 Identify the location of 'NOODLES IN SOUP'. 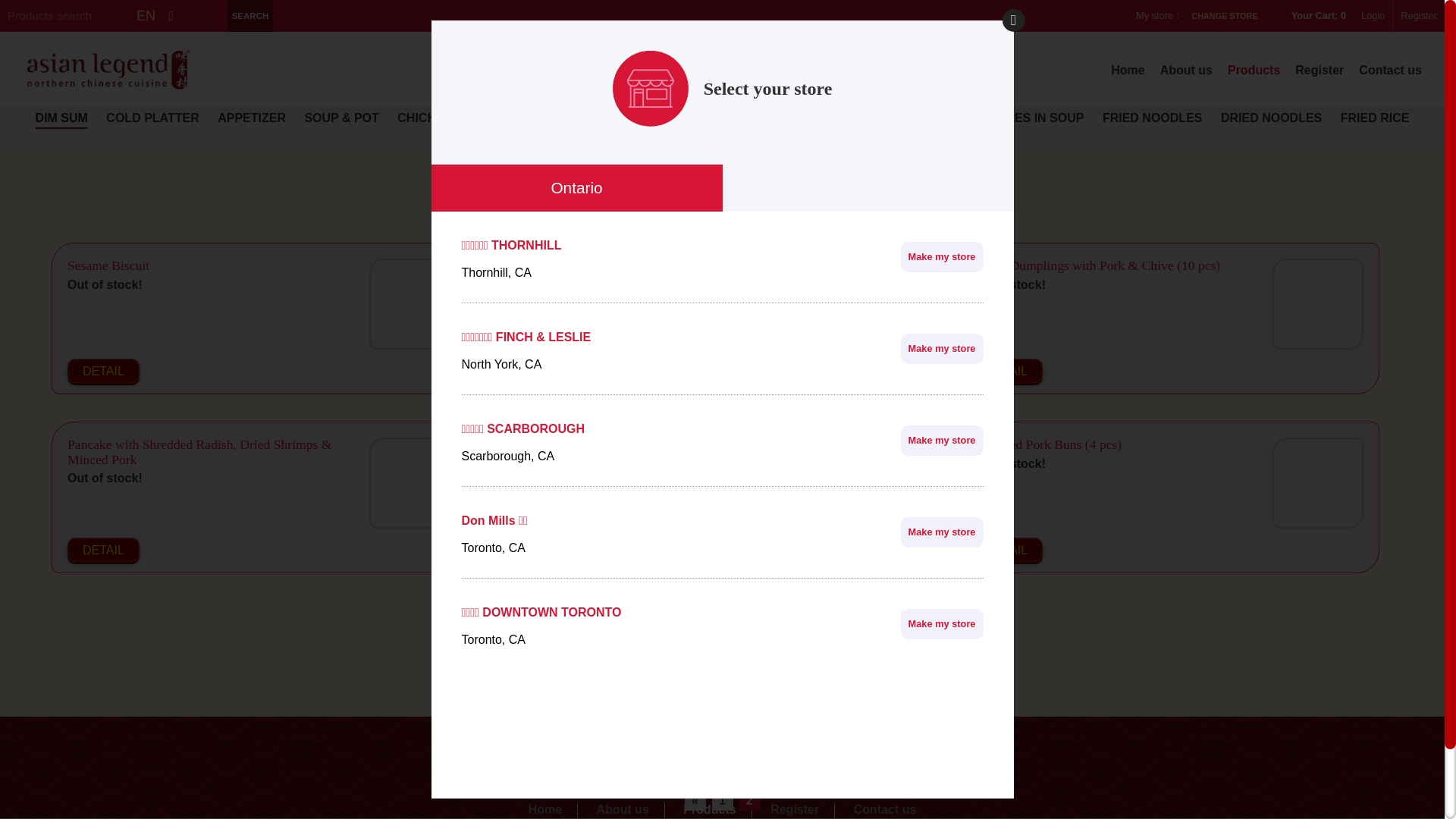
(1027, 117).